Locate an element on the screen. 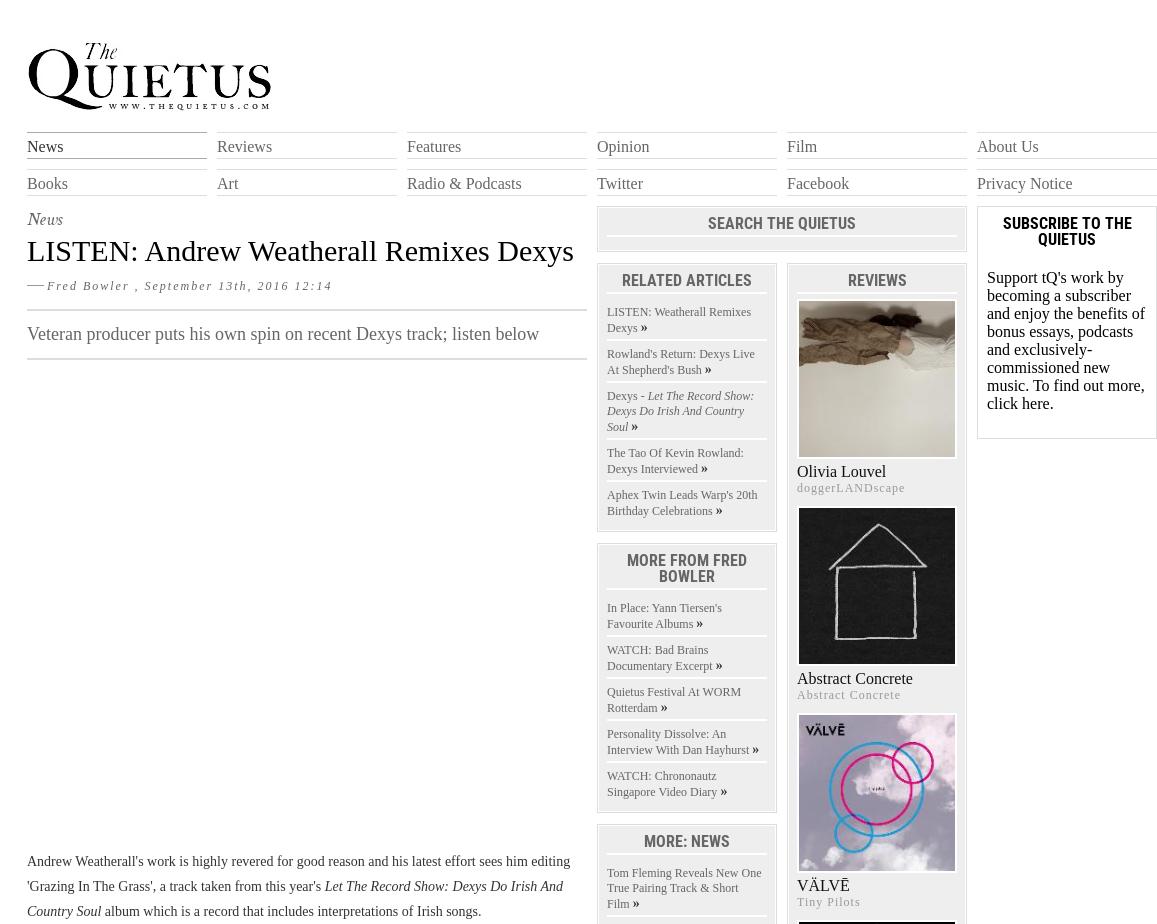  'album which is a record that includes interpretations of Irish songs.' is located at coordinates (101, 911).